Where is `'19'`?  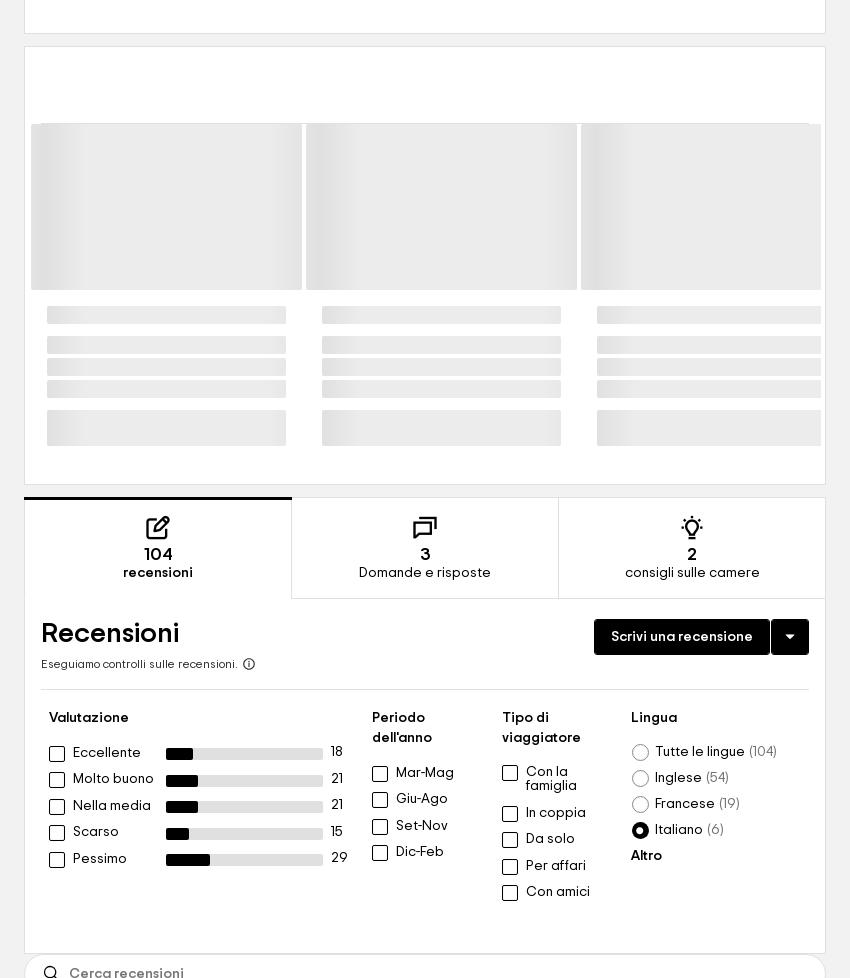 '19' is located at coordinates (728, 803).